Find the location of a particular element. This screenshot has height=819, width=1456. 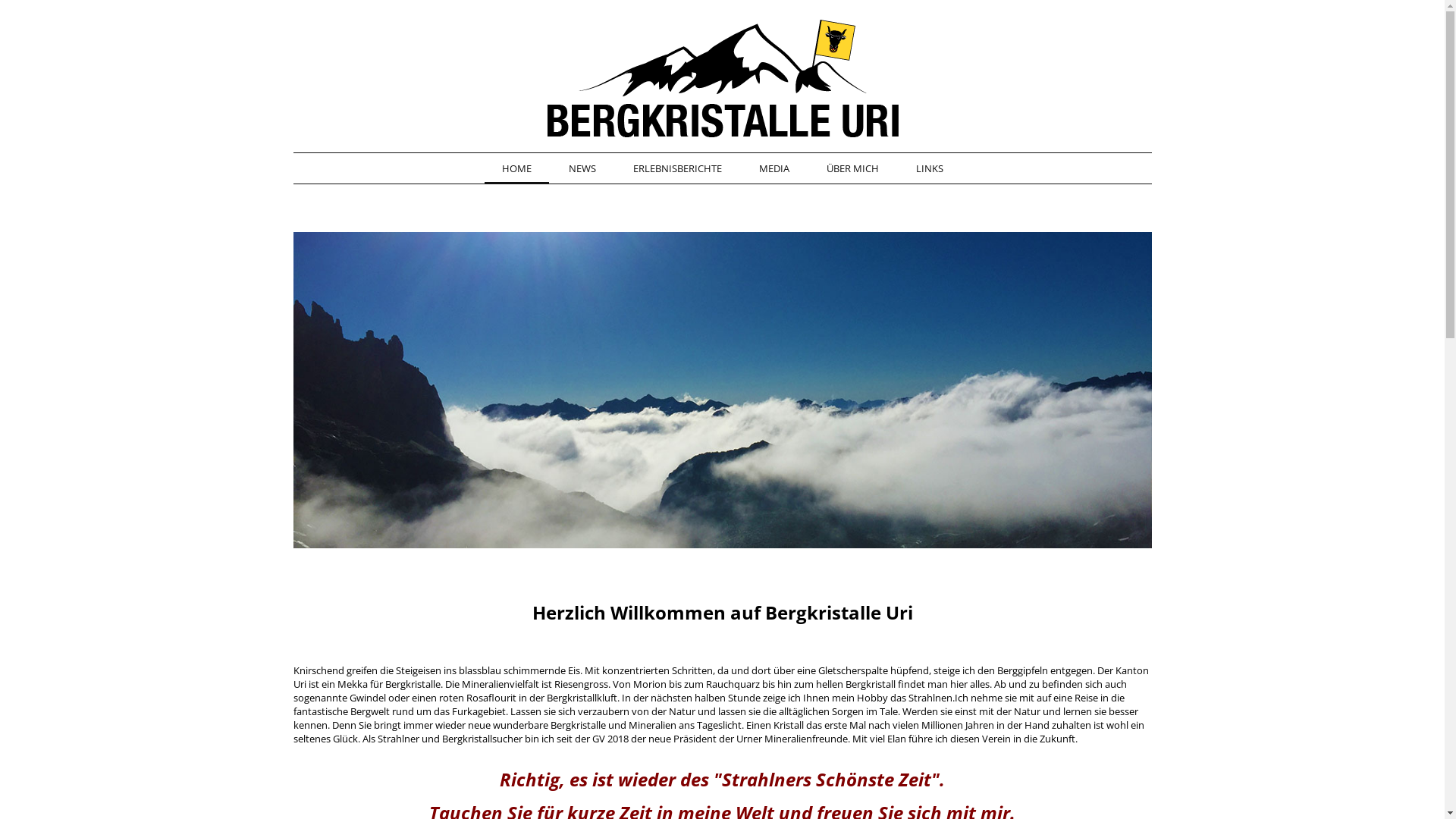

'LINKS' is located at coordinates (898, 169).